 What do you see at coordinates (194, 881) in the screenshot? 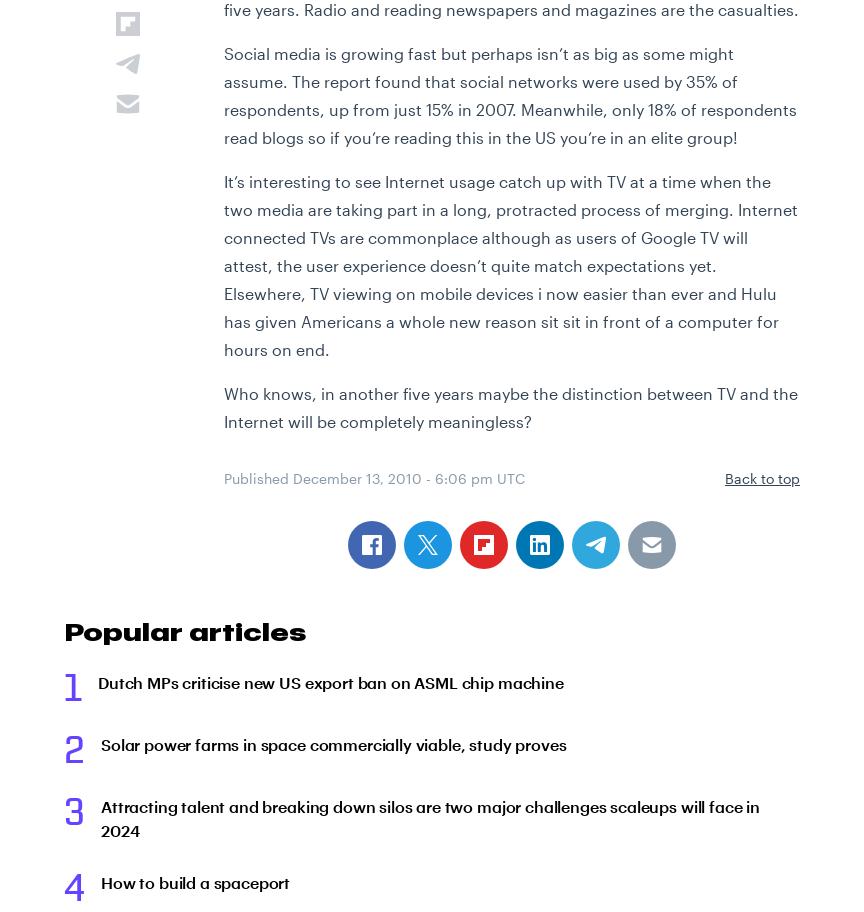
I see `'How to build a spaceport'` at bounding box center [194, 881].